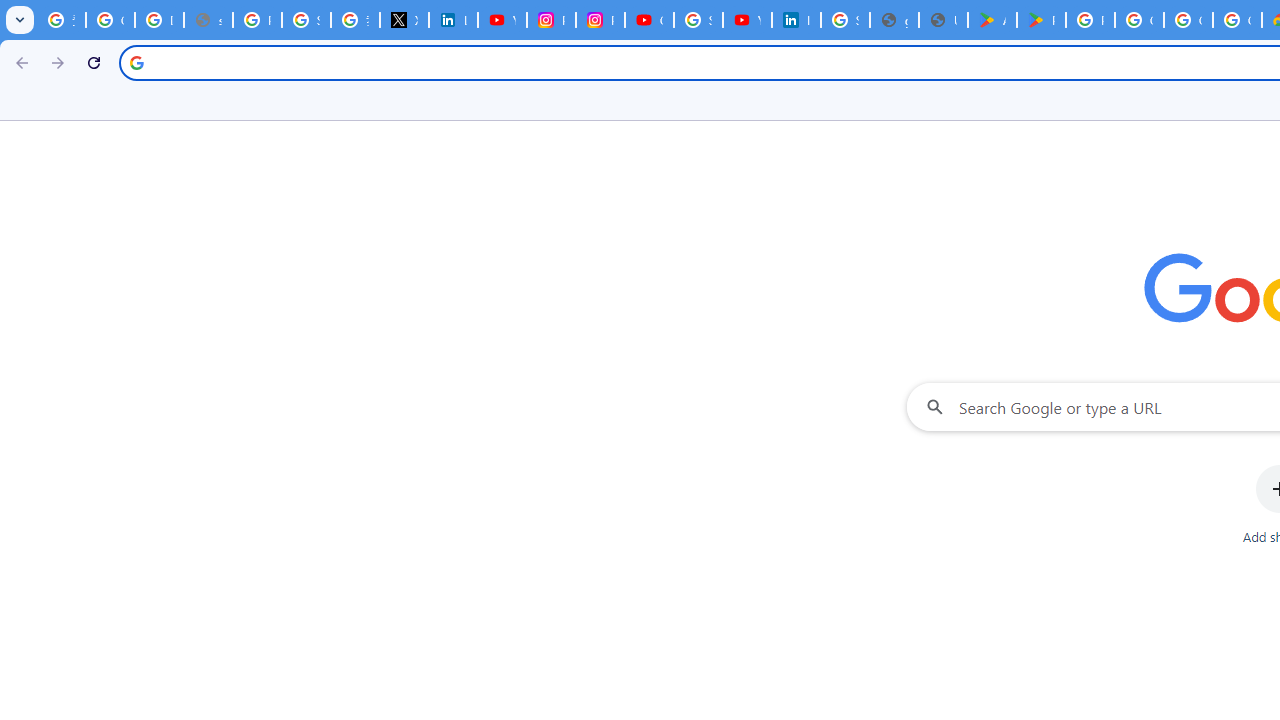 Image resolution: width=1280 pixels, height=720 pixels. What do you see at coordinates (403, 20) in the screenshot?
I see `'X'` at bounding box center [403, 20].